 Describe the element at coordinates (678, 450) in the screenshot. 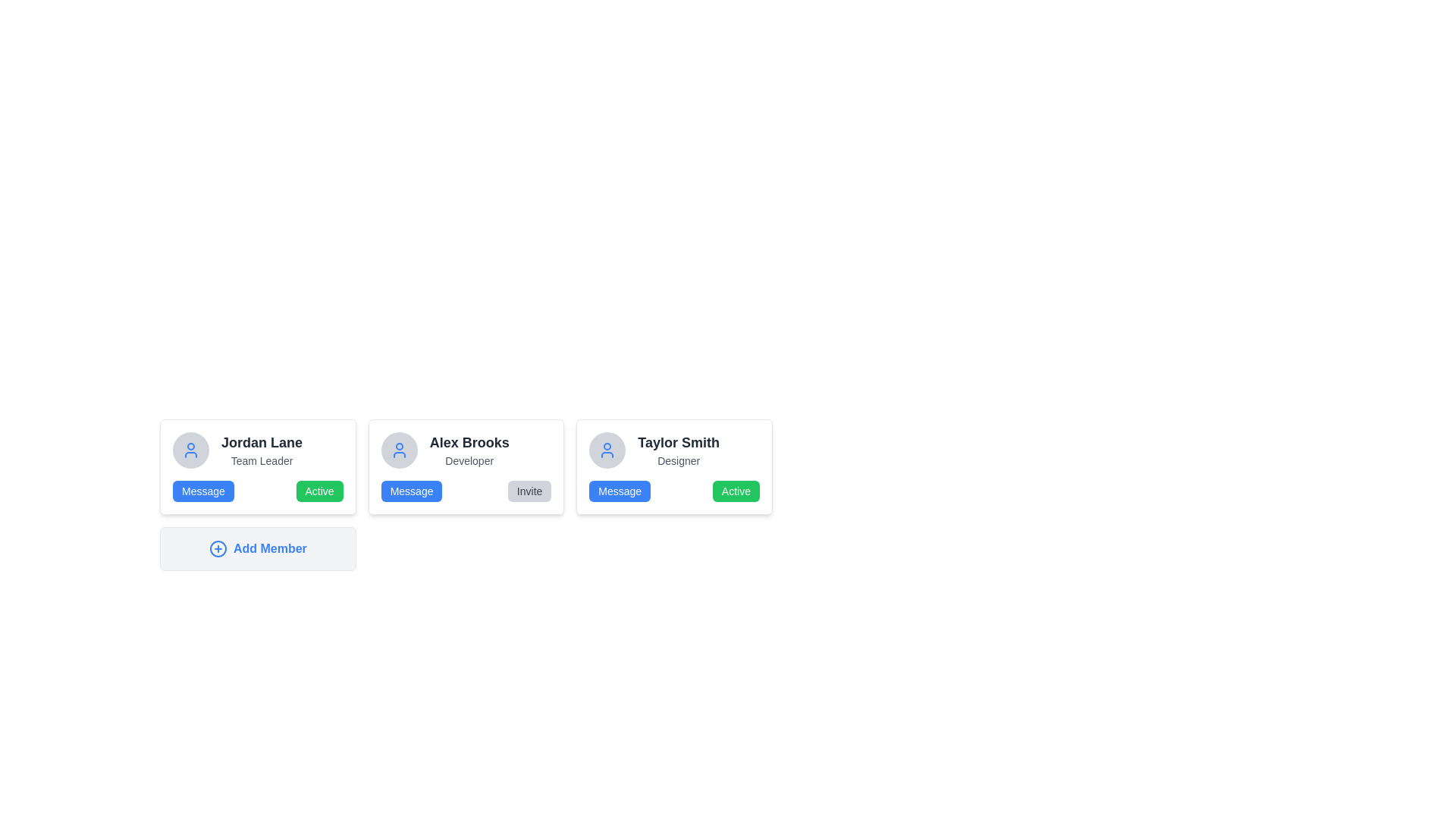

I see `the text 'Taylor Smith' and 'Designer' in the text block located on the rightmost card, which is below the circular avatar icon and above the buttons at the bottom` at that location.